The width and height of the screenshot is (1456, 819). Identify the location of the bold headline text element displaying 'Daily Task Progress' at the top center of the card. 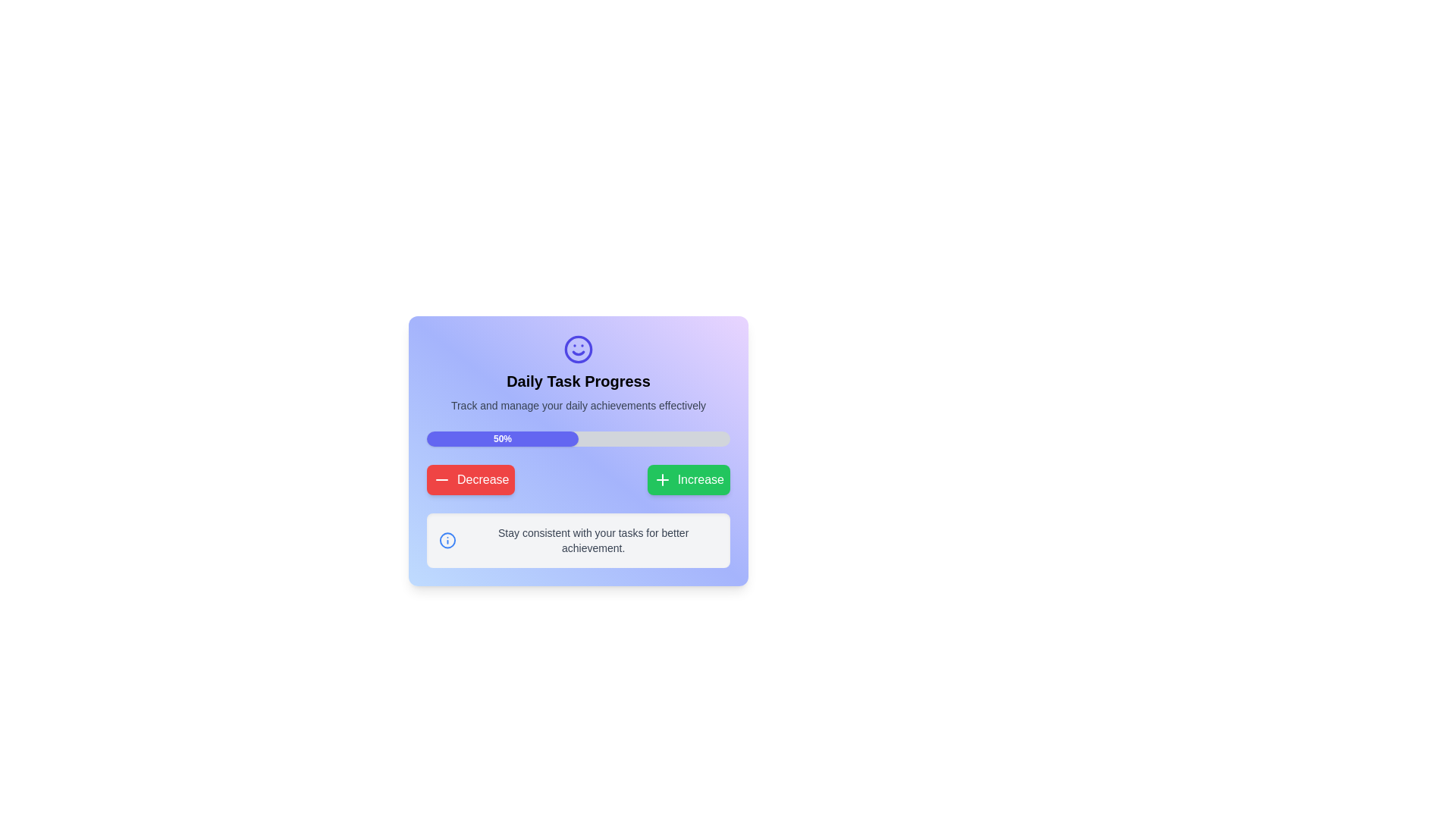
(578, 380).